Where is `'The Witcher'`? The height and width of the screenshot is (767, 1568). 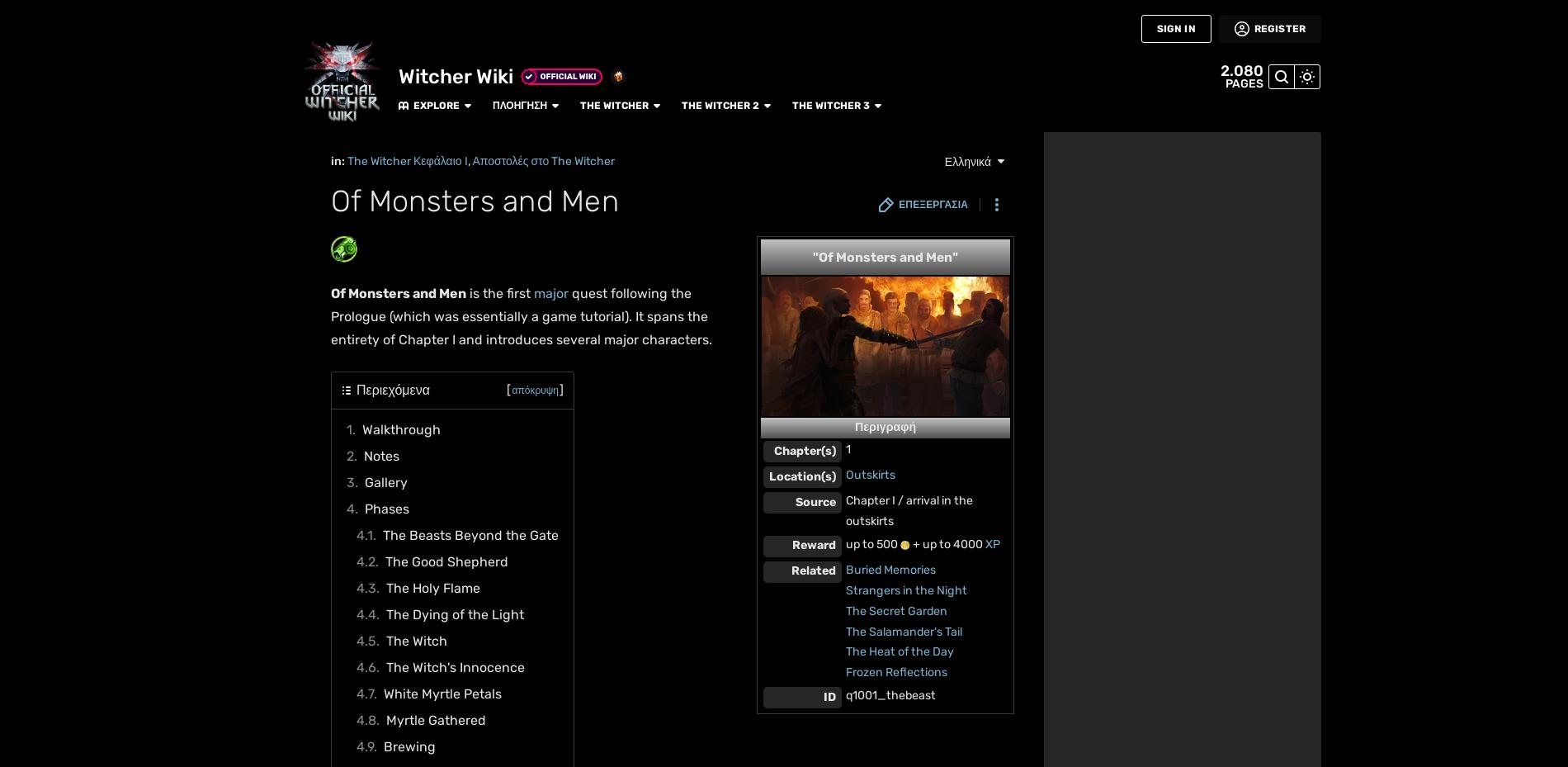
'The Witcher' is located at coordinates (413, 17).